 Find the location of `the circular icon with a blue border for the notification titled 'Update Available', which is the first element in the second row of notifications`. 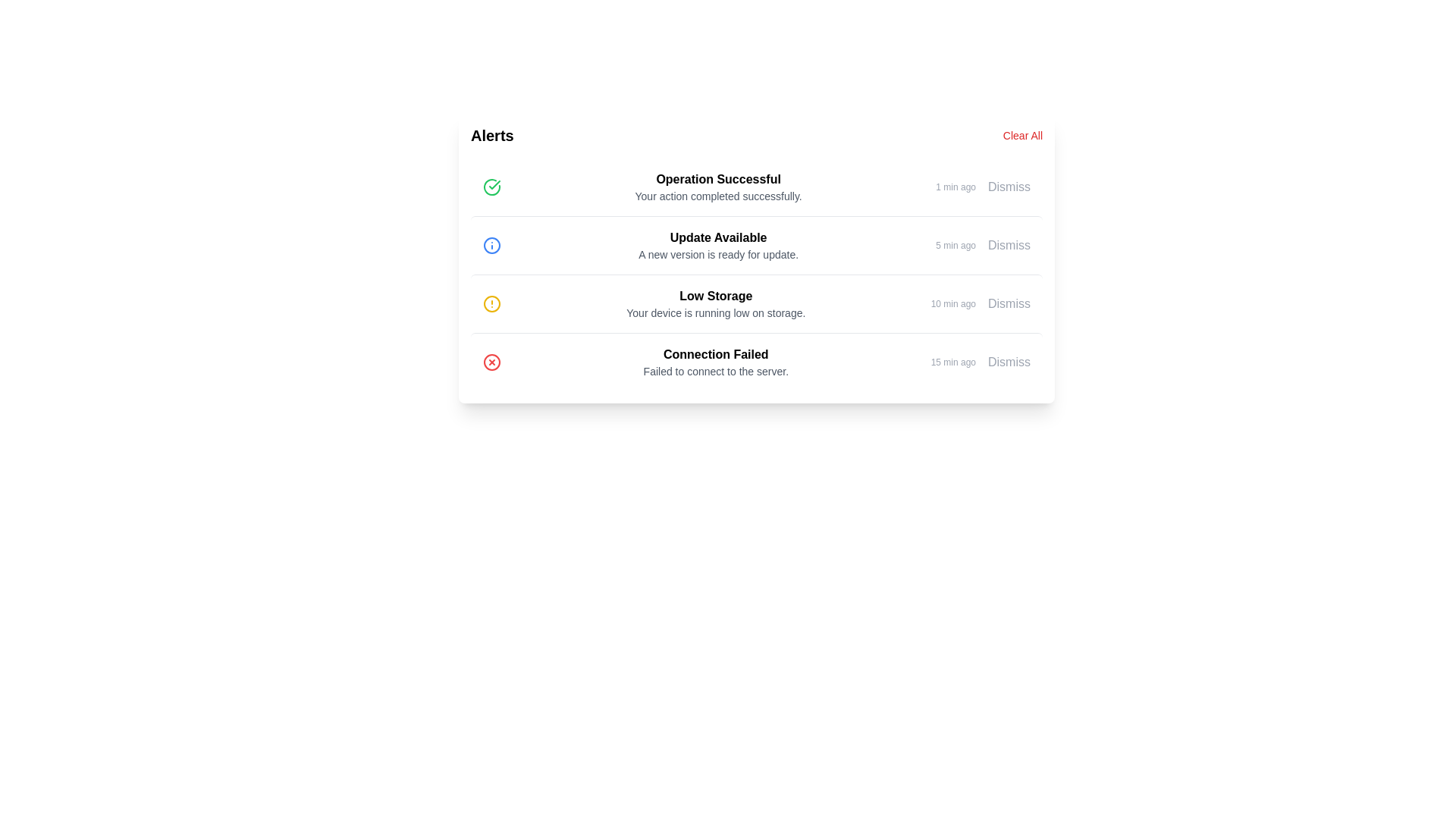

the circular icon with a blue border for the notification titled 'Update Available', which is the first element in the second row of notifications is located at coordinates (491, 245).